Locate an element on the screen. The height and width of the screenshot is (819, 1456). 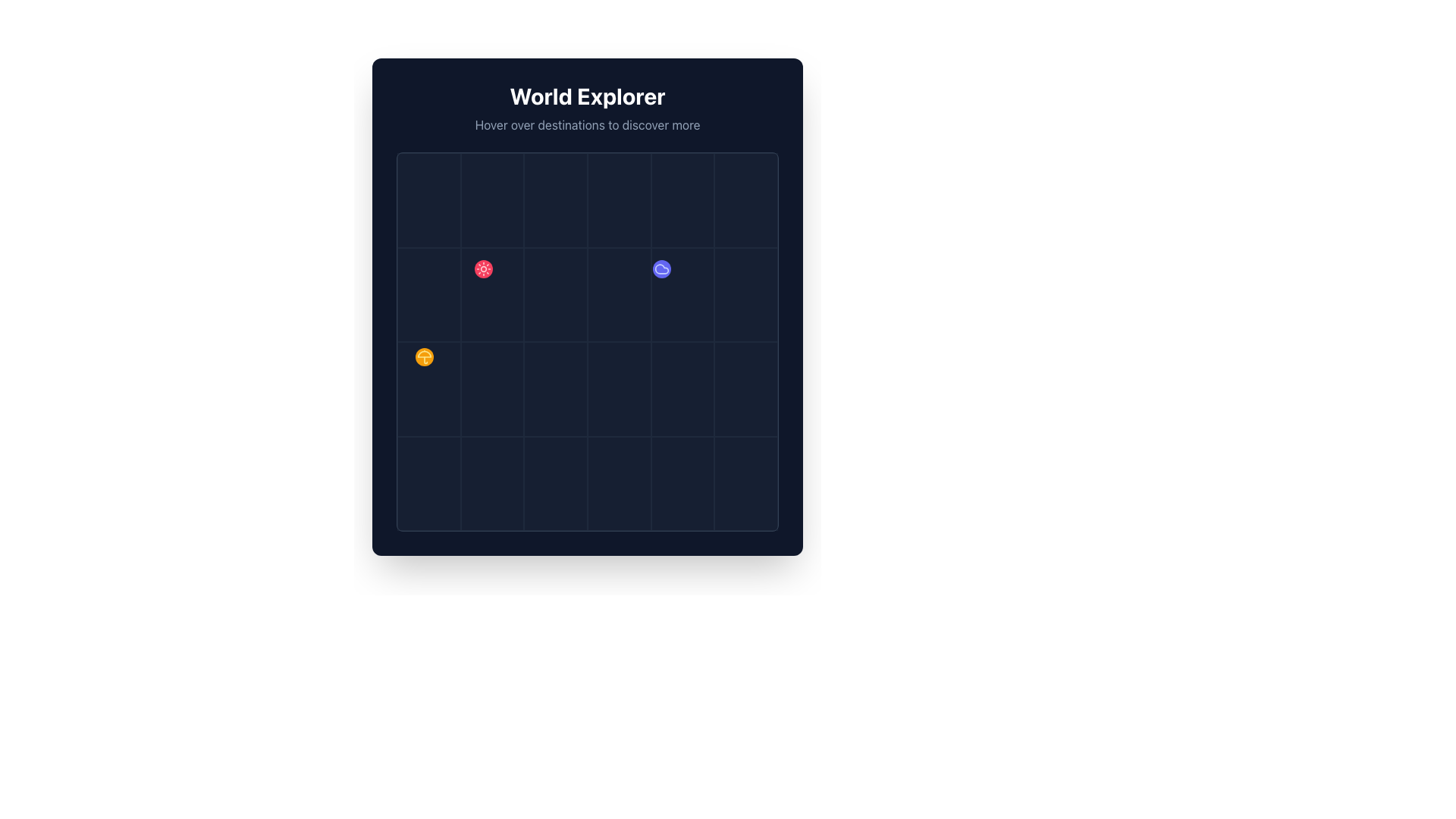
the interactive icon located is located at coordinates (425, 356).